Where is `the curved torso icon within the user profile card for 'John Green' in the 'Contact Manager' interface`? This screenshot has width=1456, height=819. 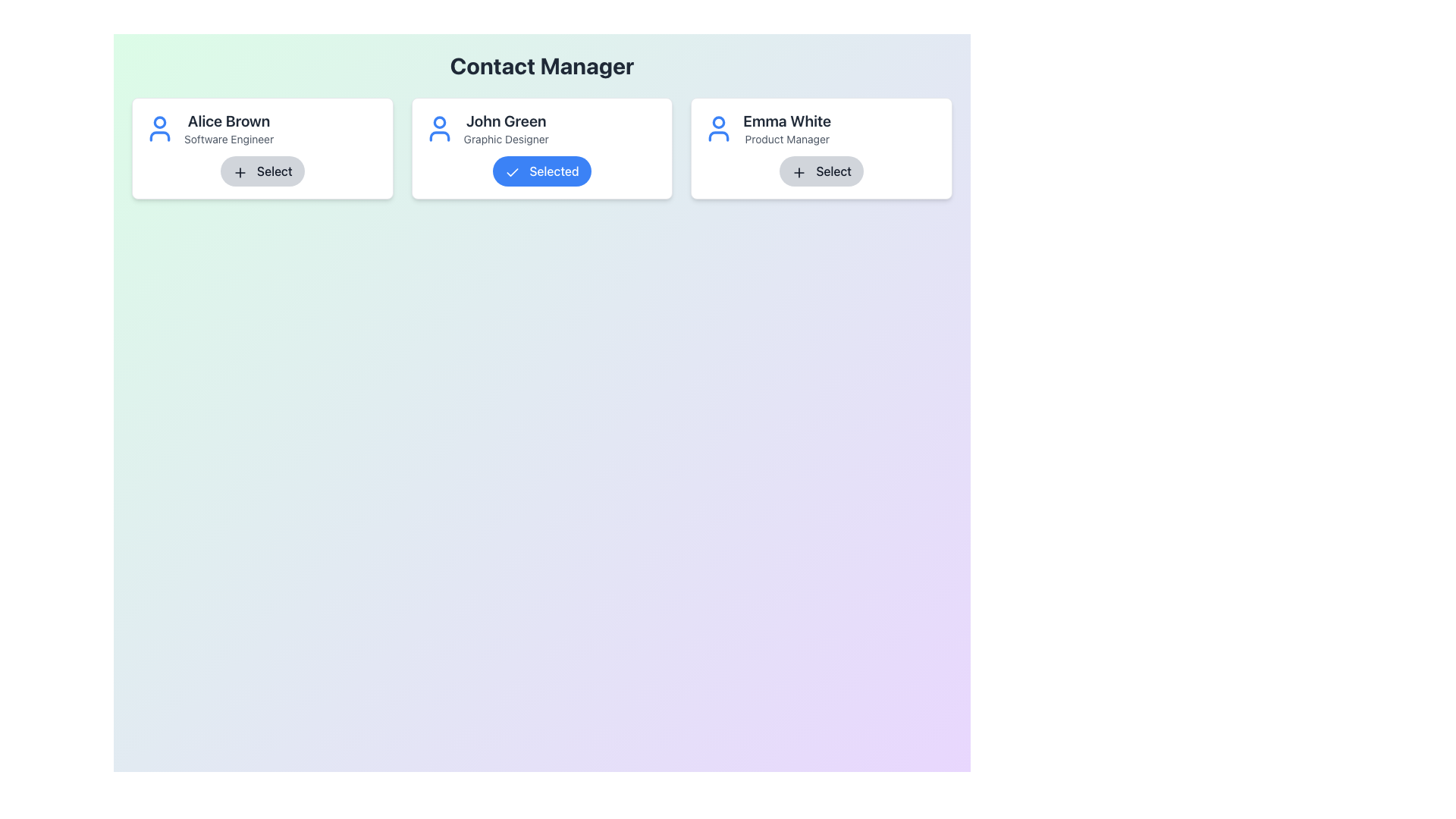
the curved torso icon within the user profile card for 'John Green' in the 'Contact Manager' interface is located at coordinates (438, 136).